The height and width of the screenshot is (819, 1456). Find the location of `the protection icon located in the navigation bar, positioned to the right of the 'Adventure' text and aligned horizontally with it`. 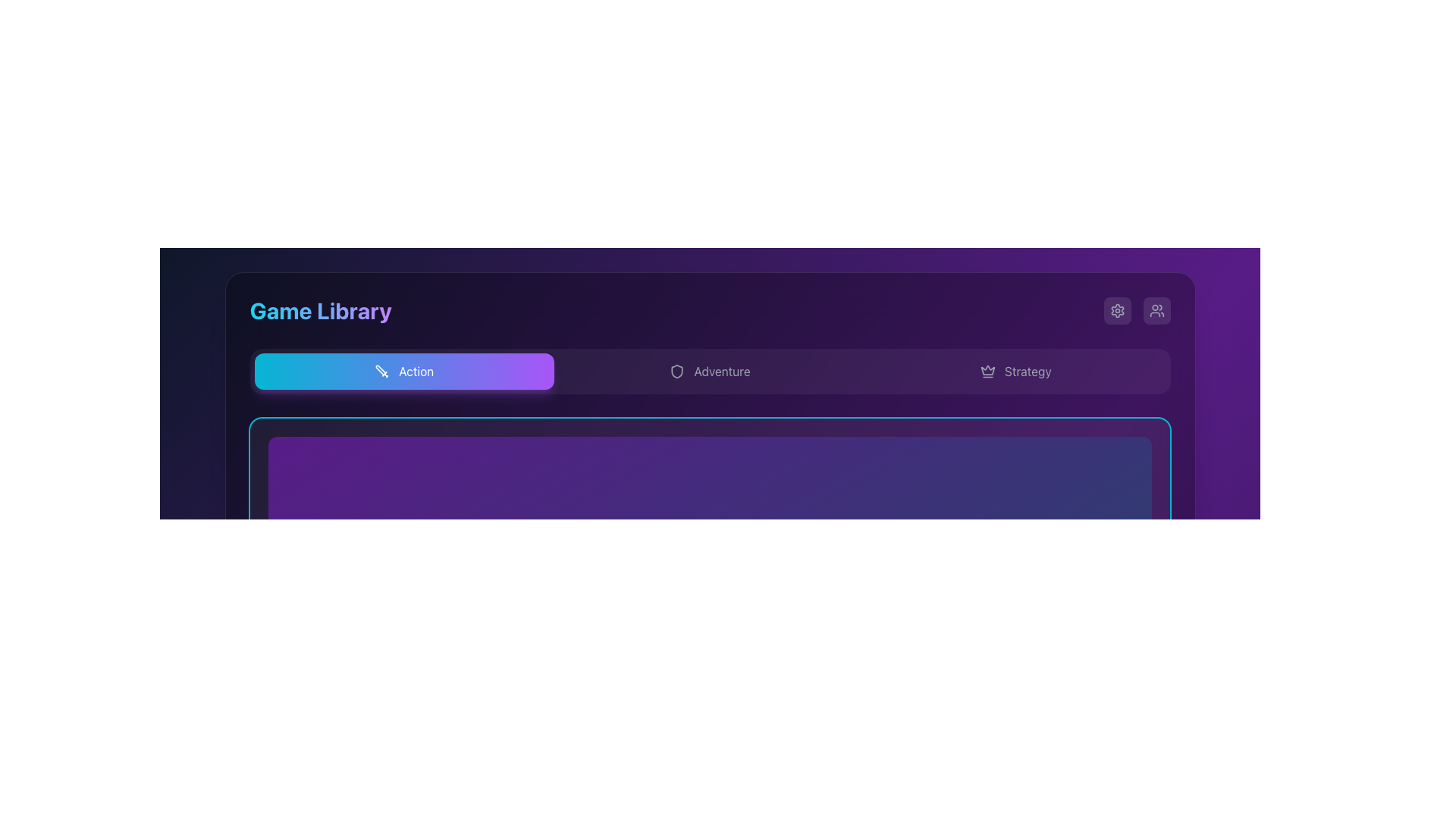

the protection icon located in the navigation bar, positioned to the right of the 'Adventure' text and aligned horizontally with it is located at coordinates (676, 371).